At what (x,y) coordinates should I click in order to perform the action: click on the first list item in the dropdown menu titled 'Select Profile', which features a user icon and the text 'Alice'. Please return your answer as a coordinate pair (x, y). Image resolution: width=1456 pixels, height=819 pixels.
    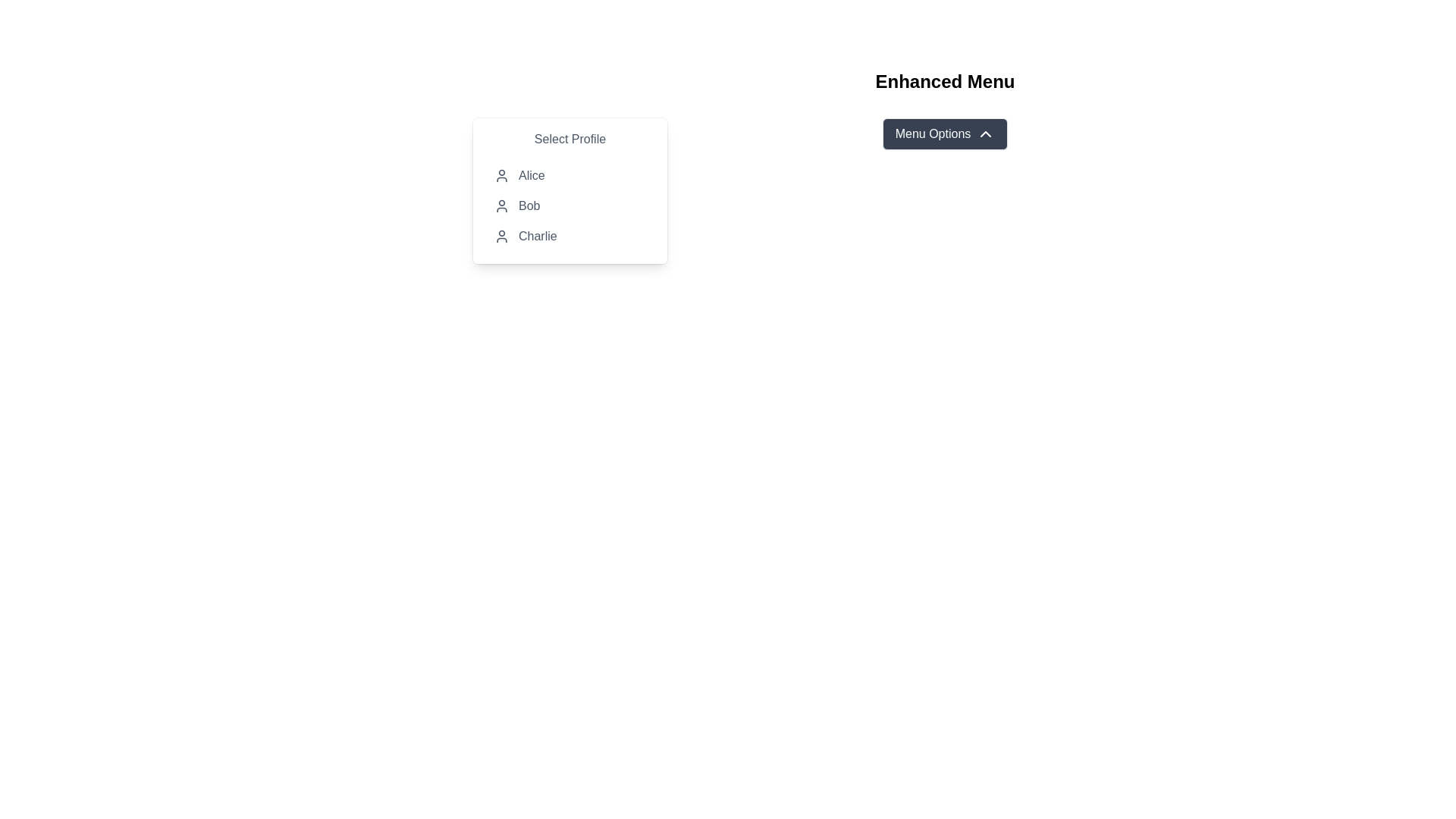
    Looking at the image, I should click on (518, 174).